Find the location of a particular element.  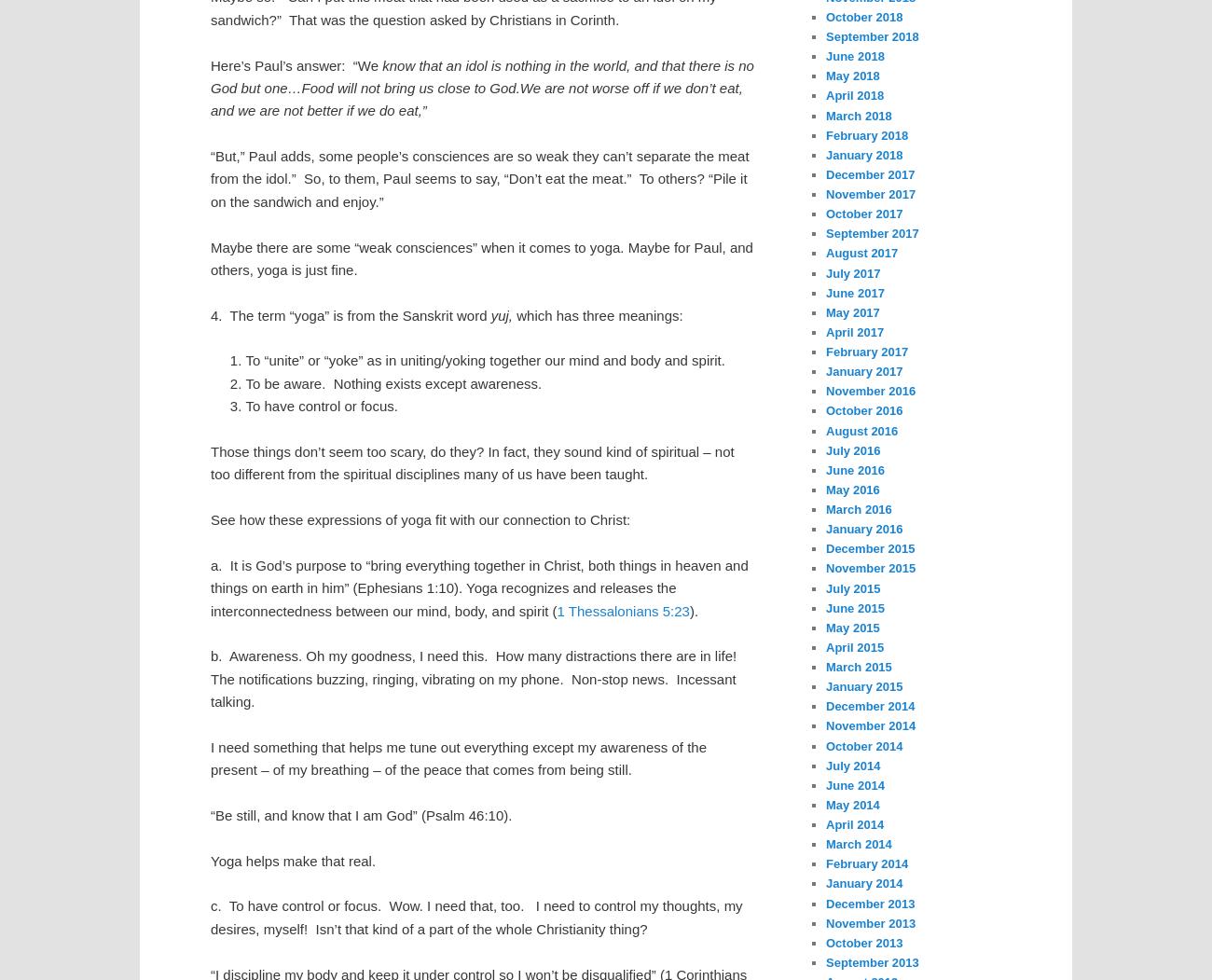

'February 2018' is located at coordinates (867, 133).